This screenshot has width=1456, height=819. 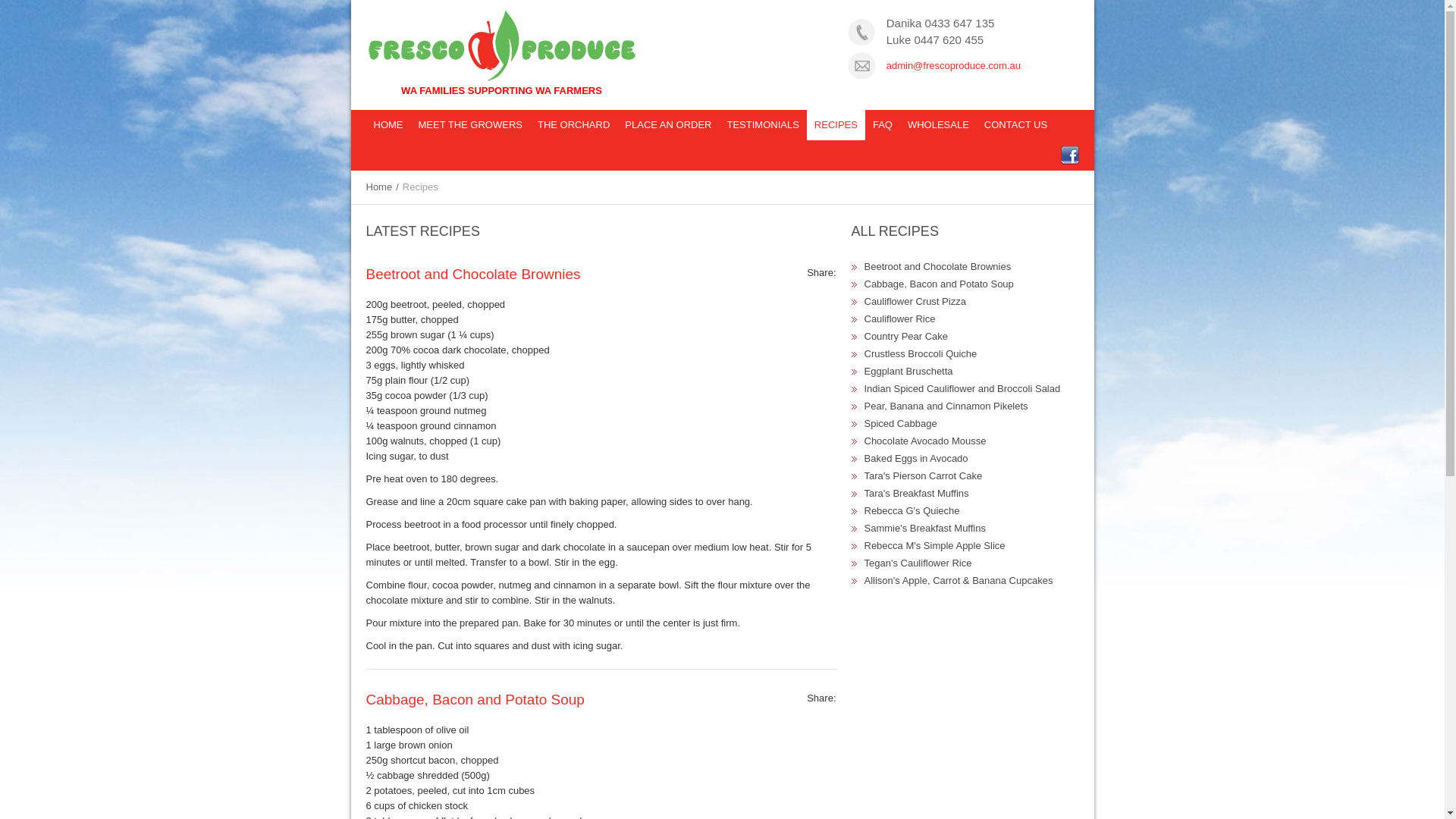 I want to click on 'Tara's Breakfast Muffins', so click(x=916, y=493).